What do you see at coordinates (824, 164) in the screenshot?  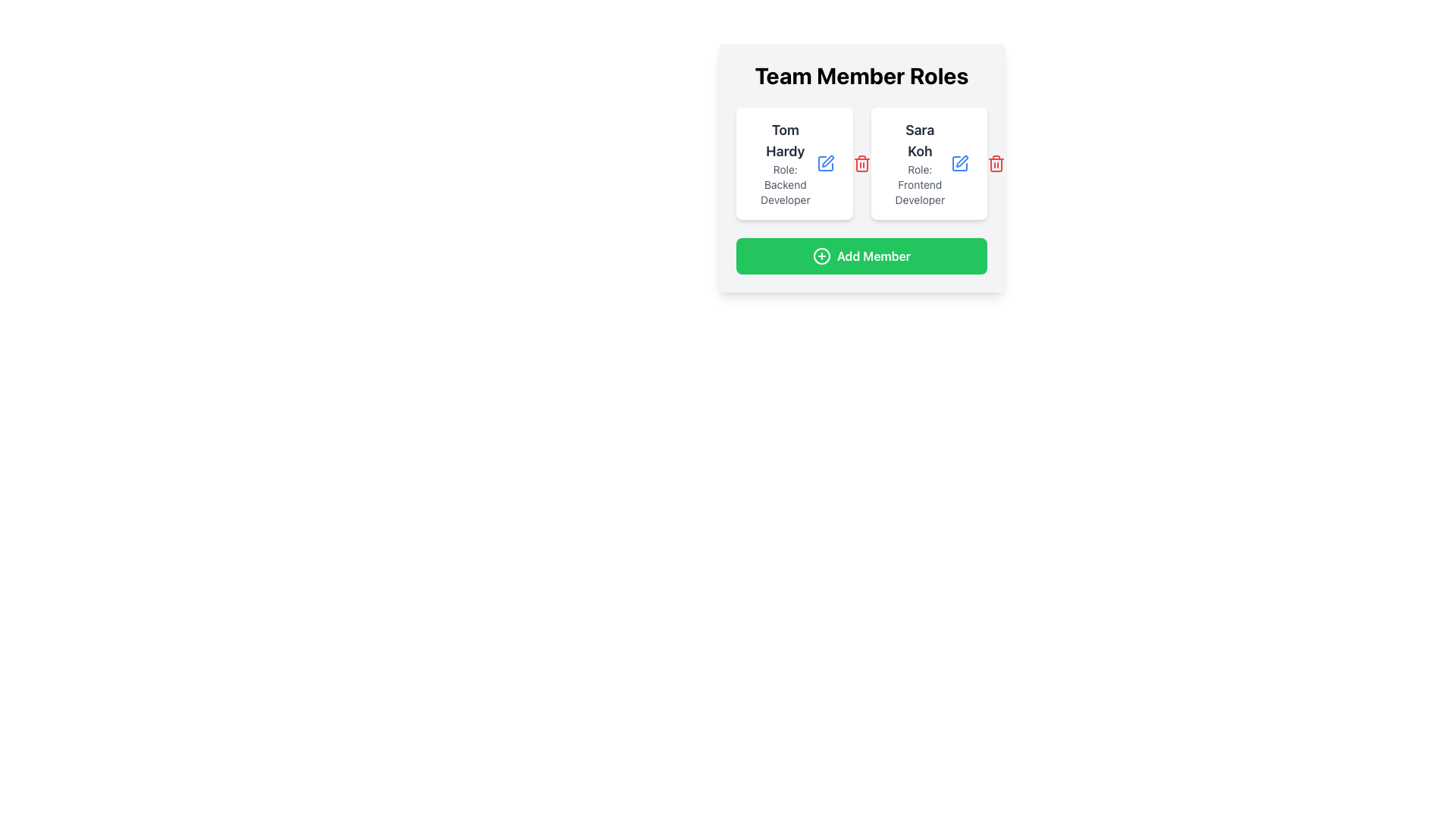 I see `the edit icon located in the top-right corner of the box containing 'Tom Hardy', which allows users to modify details for this team member` at bounding box center [824, 164].